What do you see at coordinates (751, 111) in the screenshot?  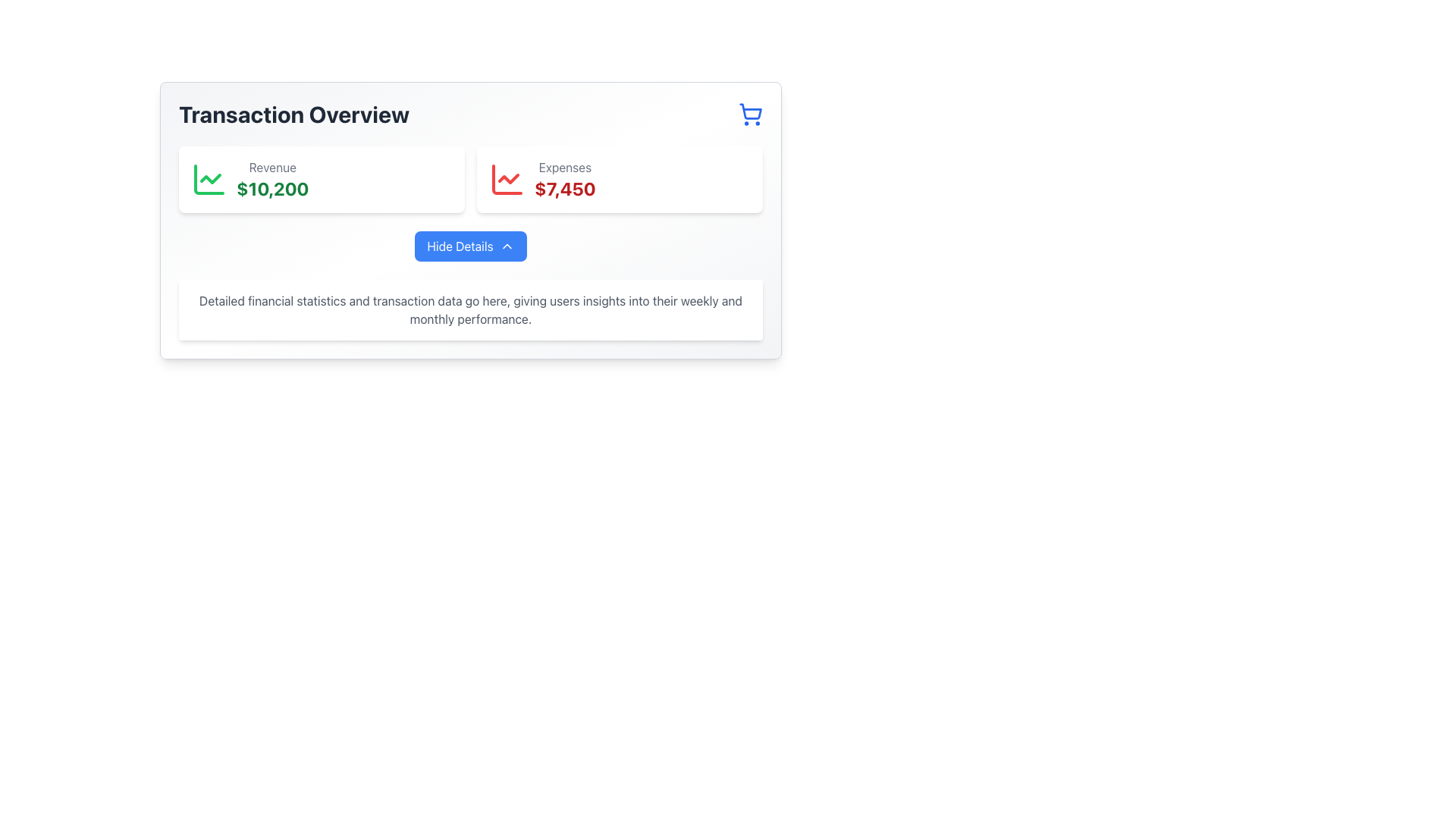 I see `the shopping cart icon located at the top-right corner of the interface, above the two small circular graphics representing cart wheels` at bounding box center [751, 111].